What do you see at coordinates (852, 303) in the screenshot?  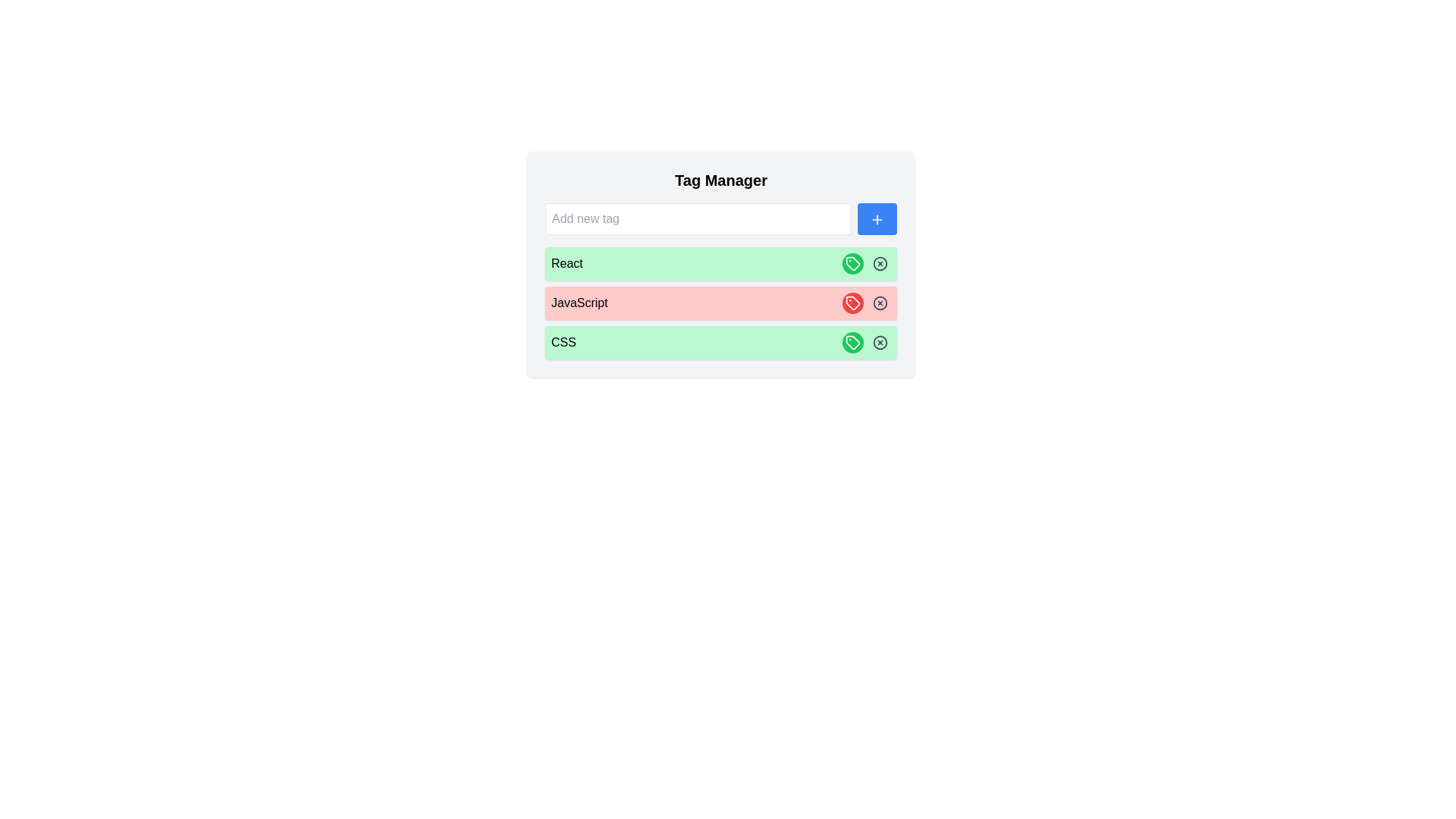 I see `the tag labeled JavaScript` at bounding box center [852, 303].